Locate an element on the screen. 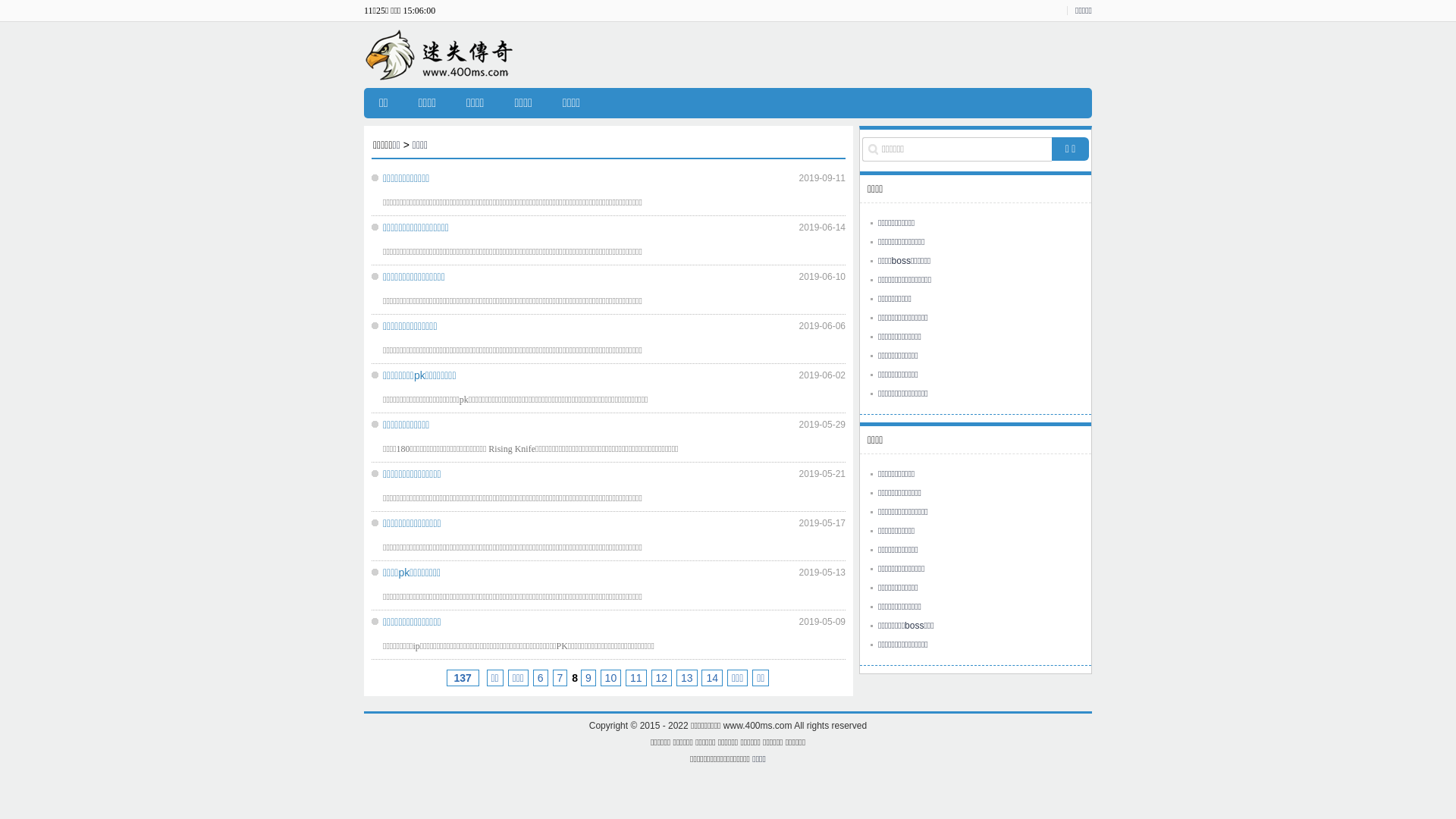 The width and height of the screenshot is (1456, 819). '14' is located at coordinates (711, 677).